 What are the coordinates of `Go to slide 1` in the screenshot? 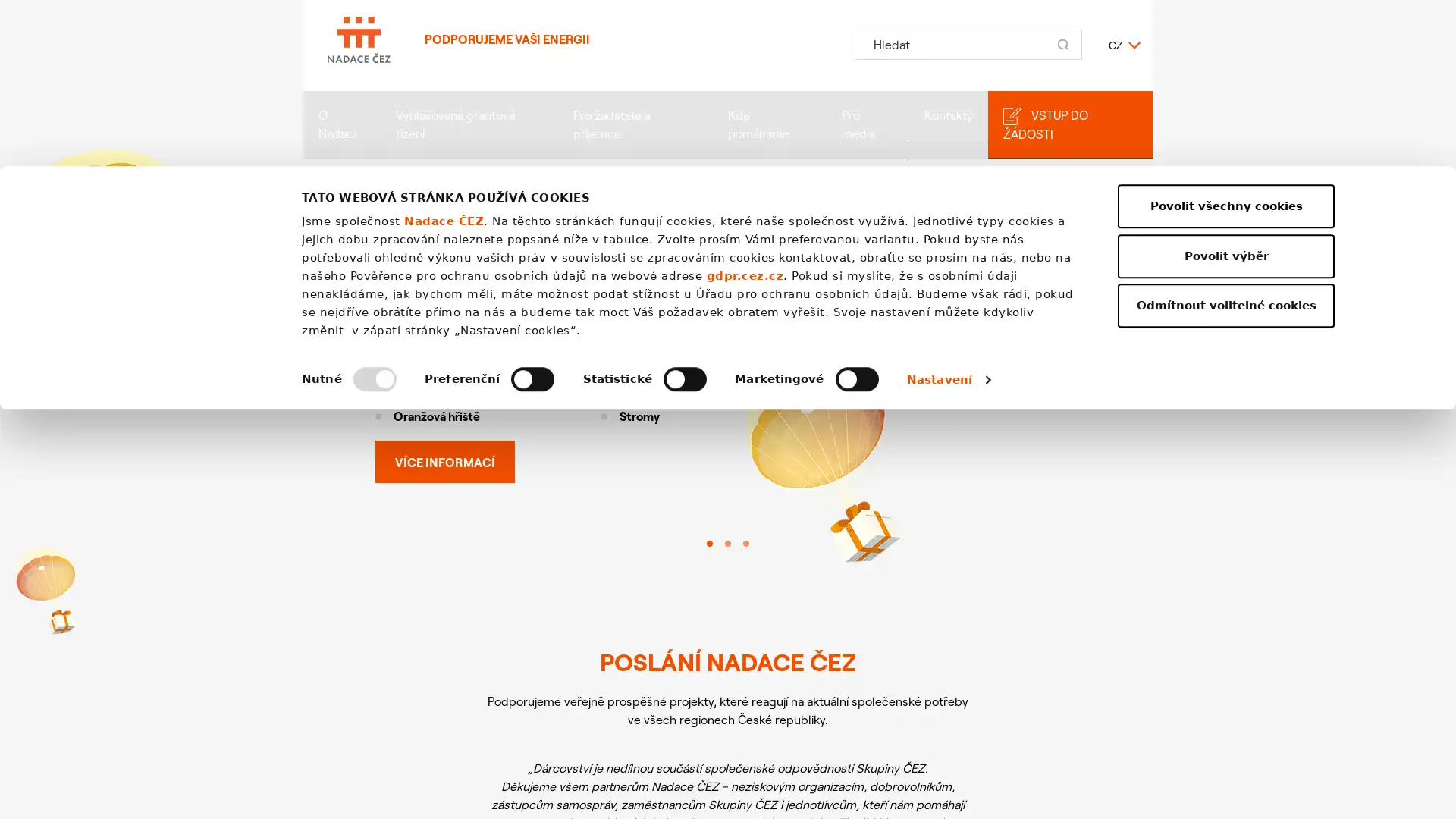 It's located at (709, 542).